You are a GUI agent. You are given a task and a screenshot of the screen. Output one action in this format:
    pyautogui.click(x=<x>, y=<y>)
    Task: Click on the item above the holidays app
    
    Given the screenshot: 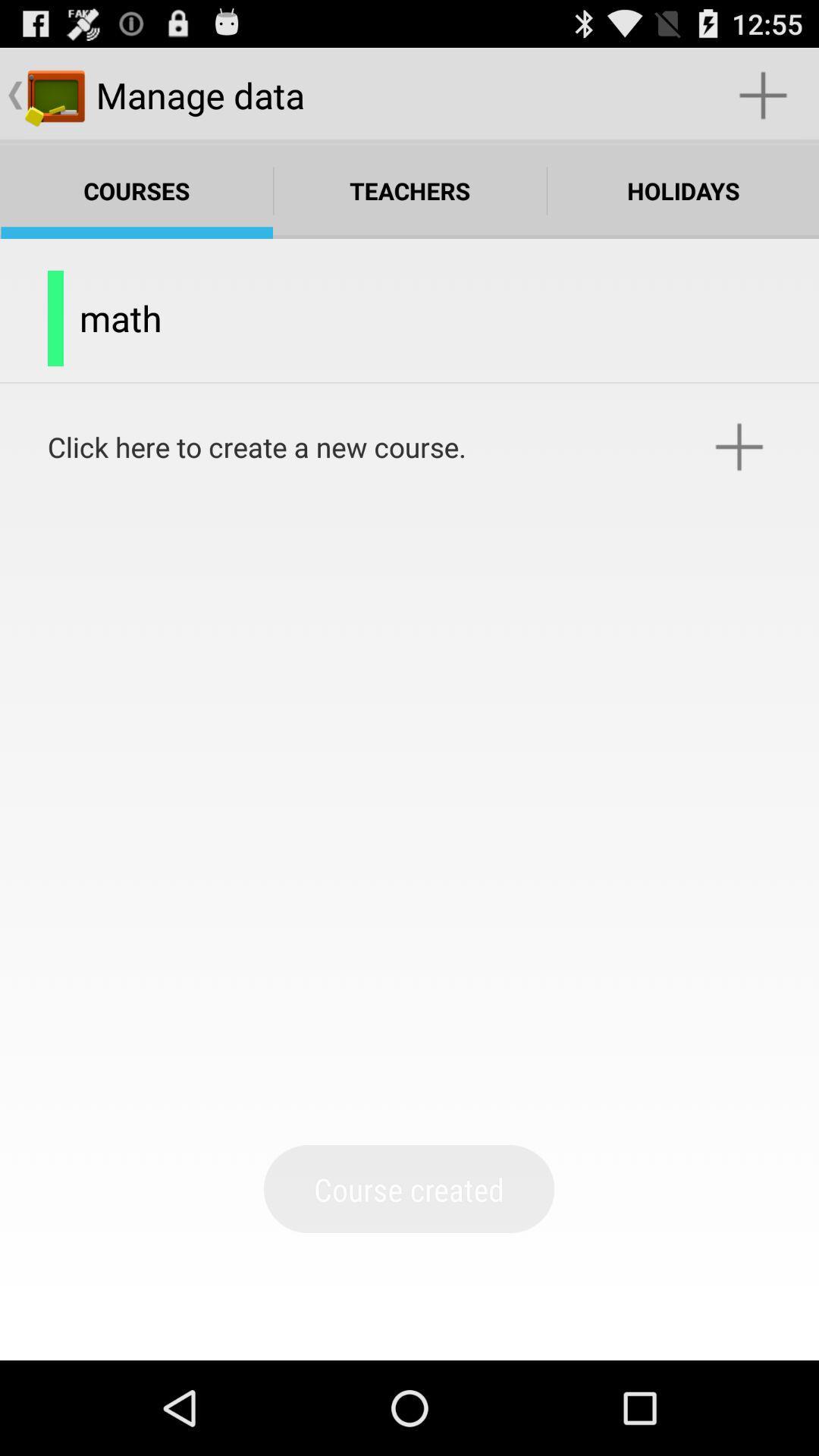 What is the action you would take?
    pyautogui.click(x=763, y=94)
    